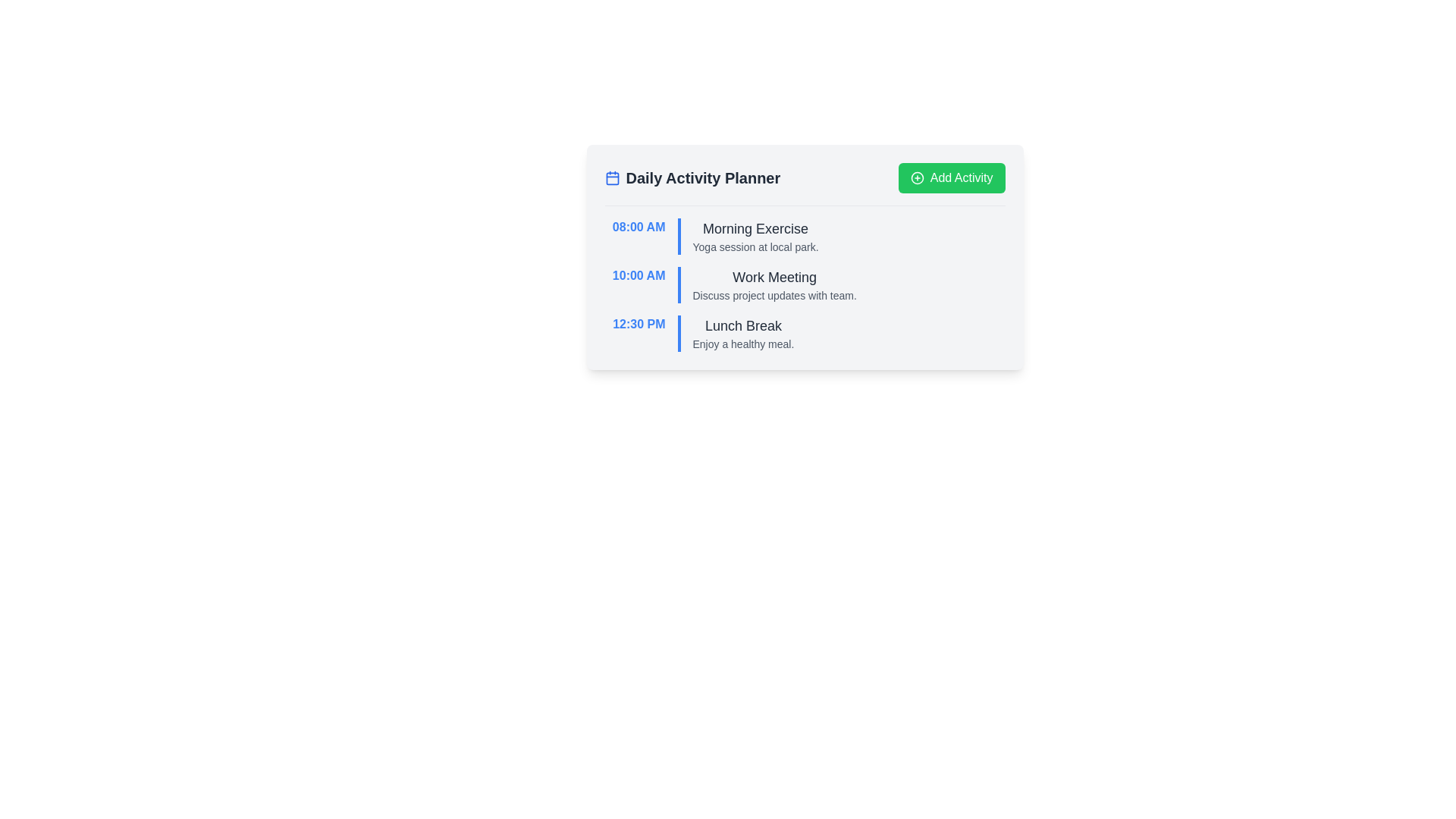 Image resolution: width=1456 pixels, height=819 pixels. Describe the element at coordinates (916, 177) in the screenshot. I see `the circular plus icon within the bright green 'Add Activity' button` at that location.